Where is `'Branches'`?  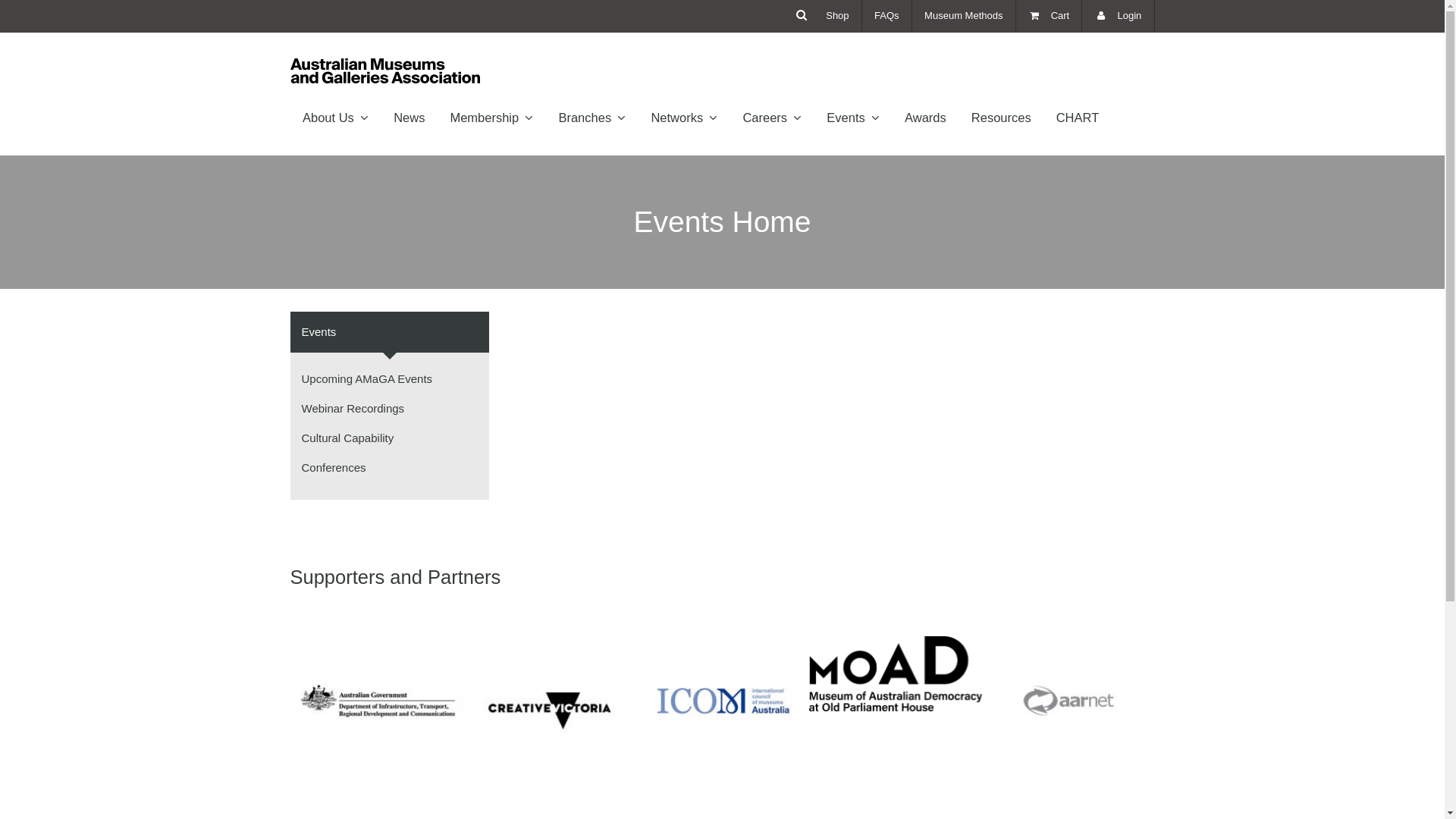 'Branches' is located at coordinates (591, 116).